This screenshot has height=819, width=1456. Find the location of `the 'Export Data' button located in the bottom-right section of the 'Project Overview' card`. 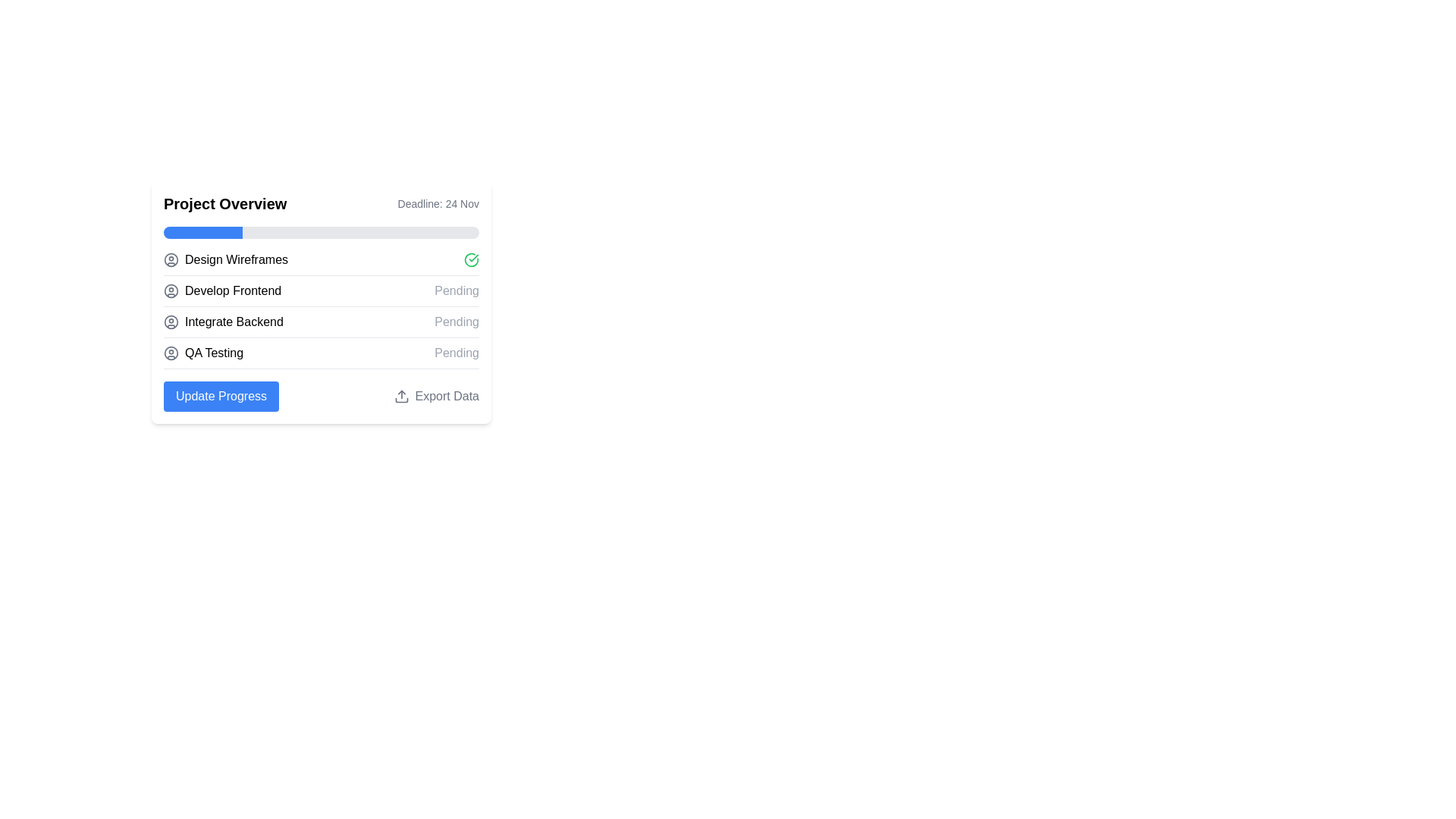

the 'Export Data' button located in the bottom-right section of the 'Project Overview' card is located at coordinates (401, 396).